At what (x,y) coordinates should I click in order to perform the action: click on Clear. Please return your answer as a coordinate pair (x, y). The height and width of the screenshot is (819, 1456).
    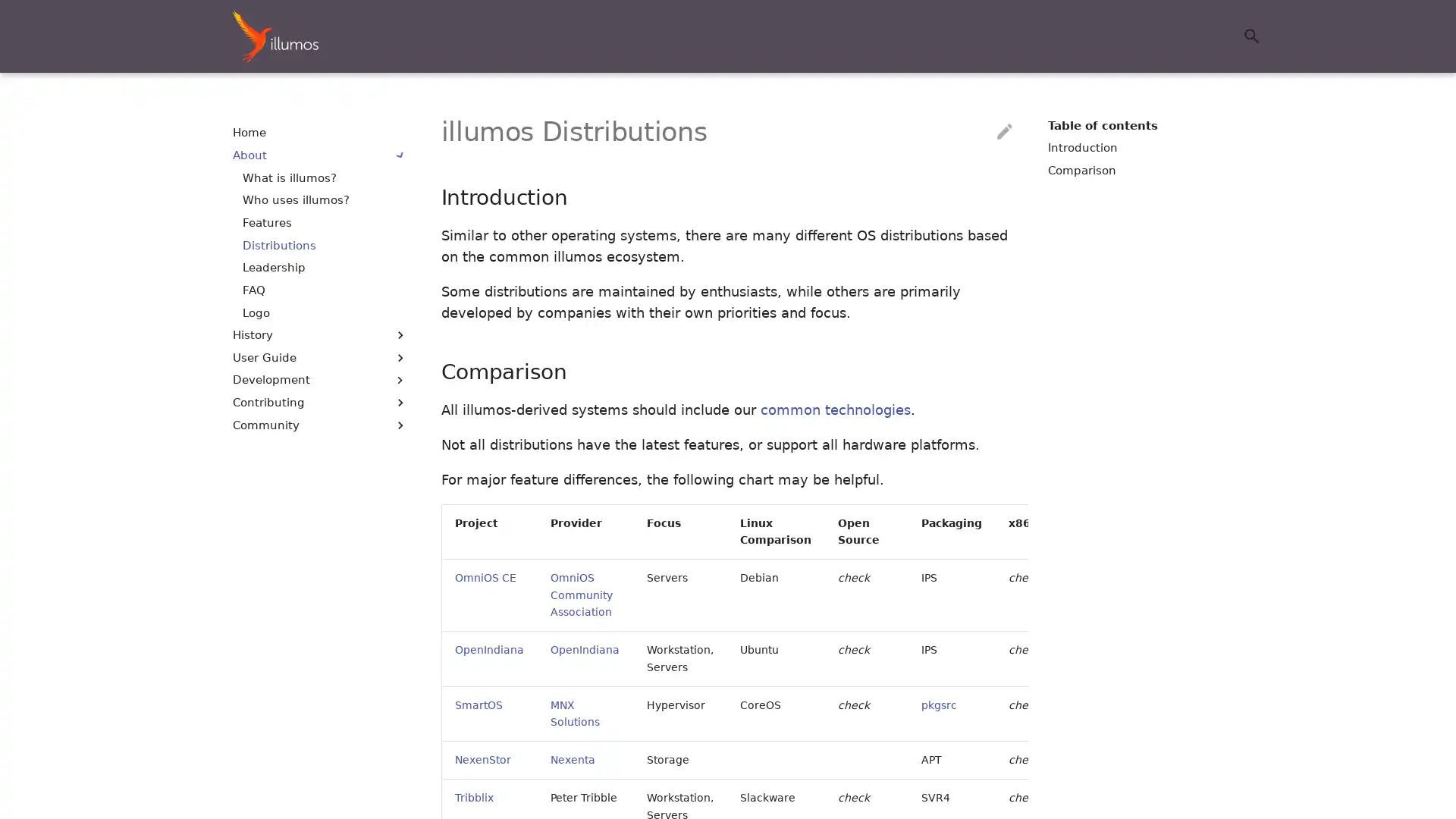
    Looking at the image, I should click on (1215, 35).